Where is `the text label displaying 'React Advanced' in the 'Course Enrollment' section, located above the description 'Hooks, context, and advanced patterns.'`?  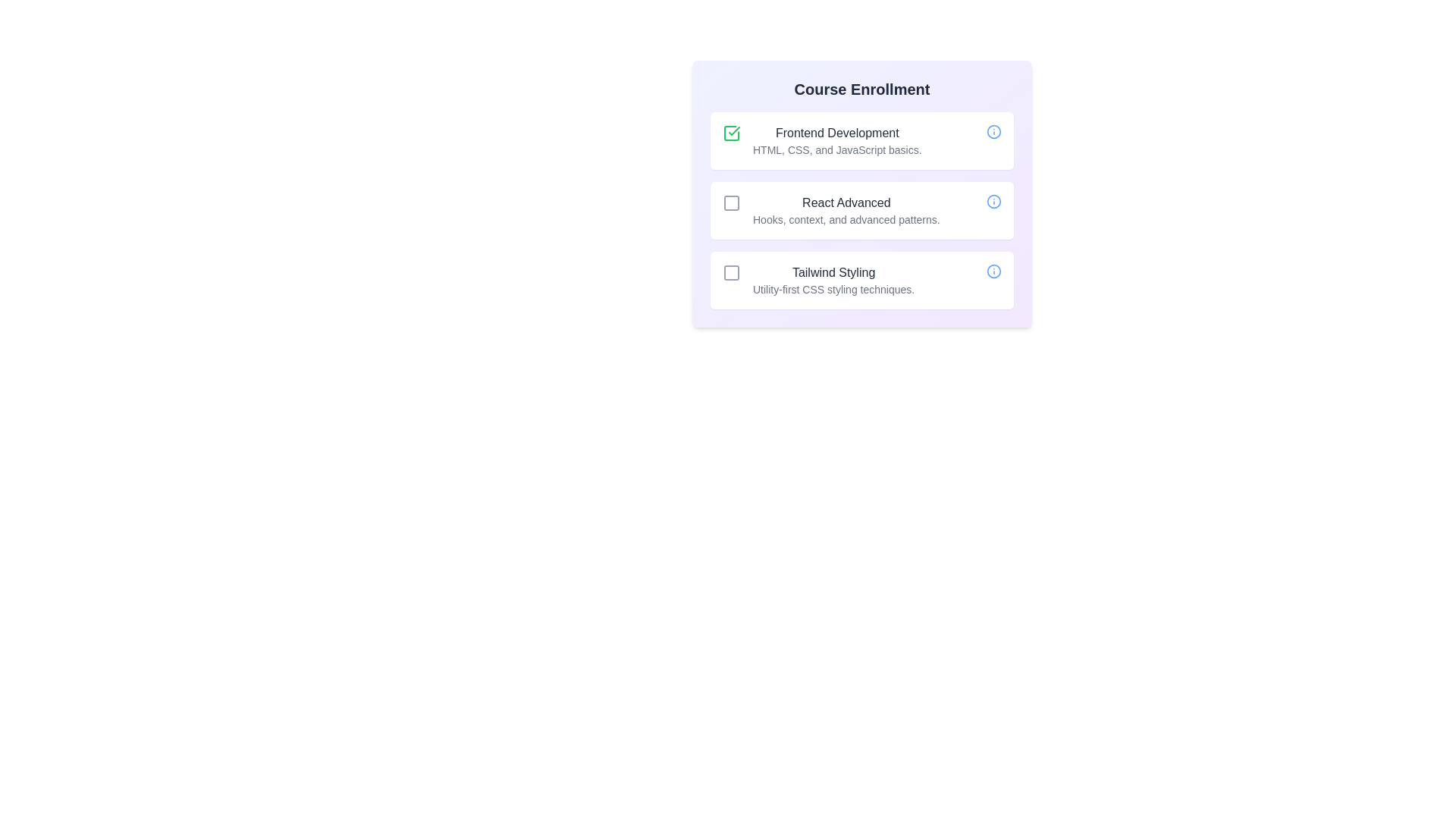 the text label displaying 'React Advanced' in the 'Course Enrollment' section, located above the description 'Hooks, context, and advanced patterns.' is located at coordinates (846, 202).